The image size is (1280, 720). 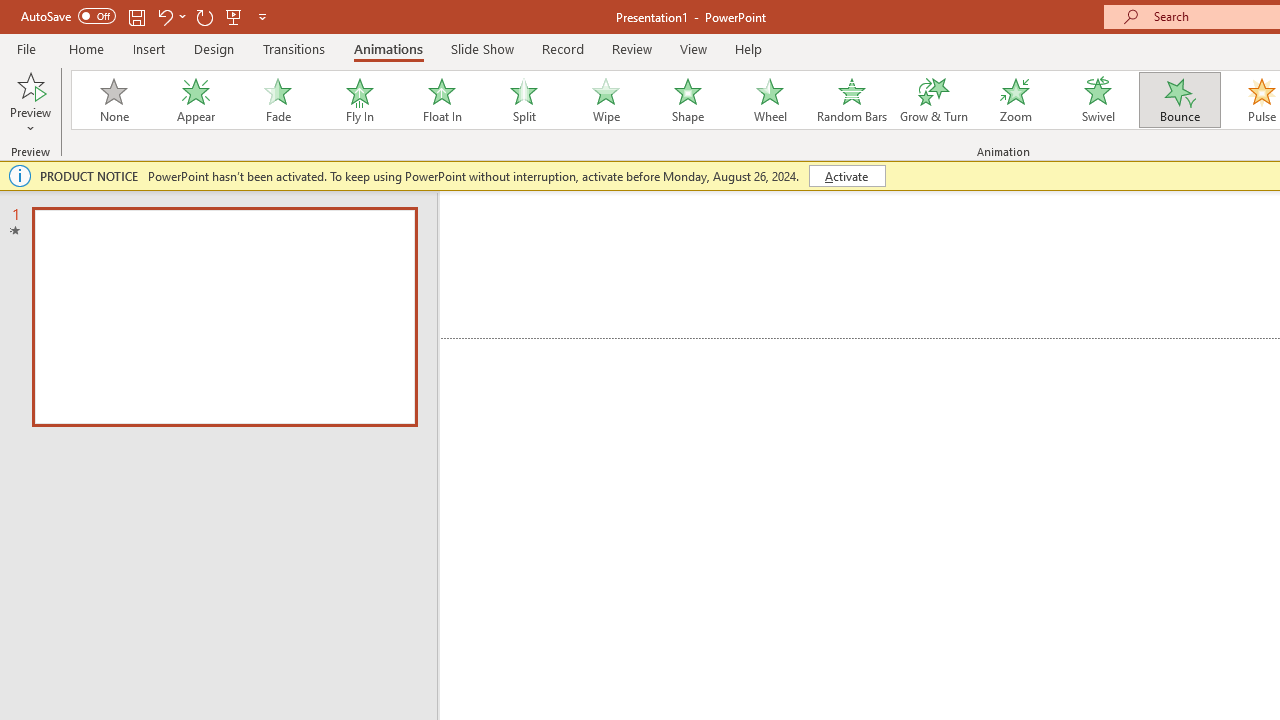 What do you see at coordinates (388, 48) in the screenshot?
I see `'Animations'` at bounding box center [388, 48].